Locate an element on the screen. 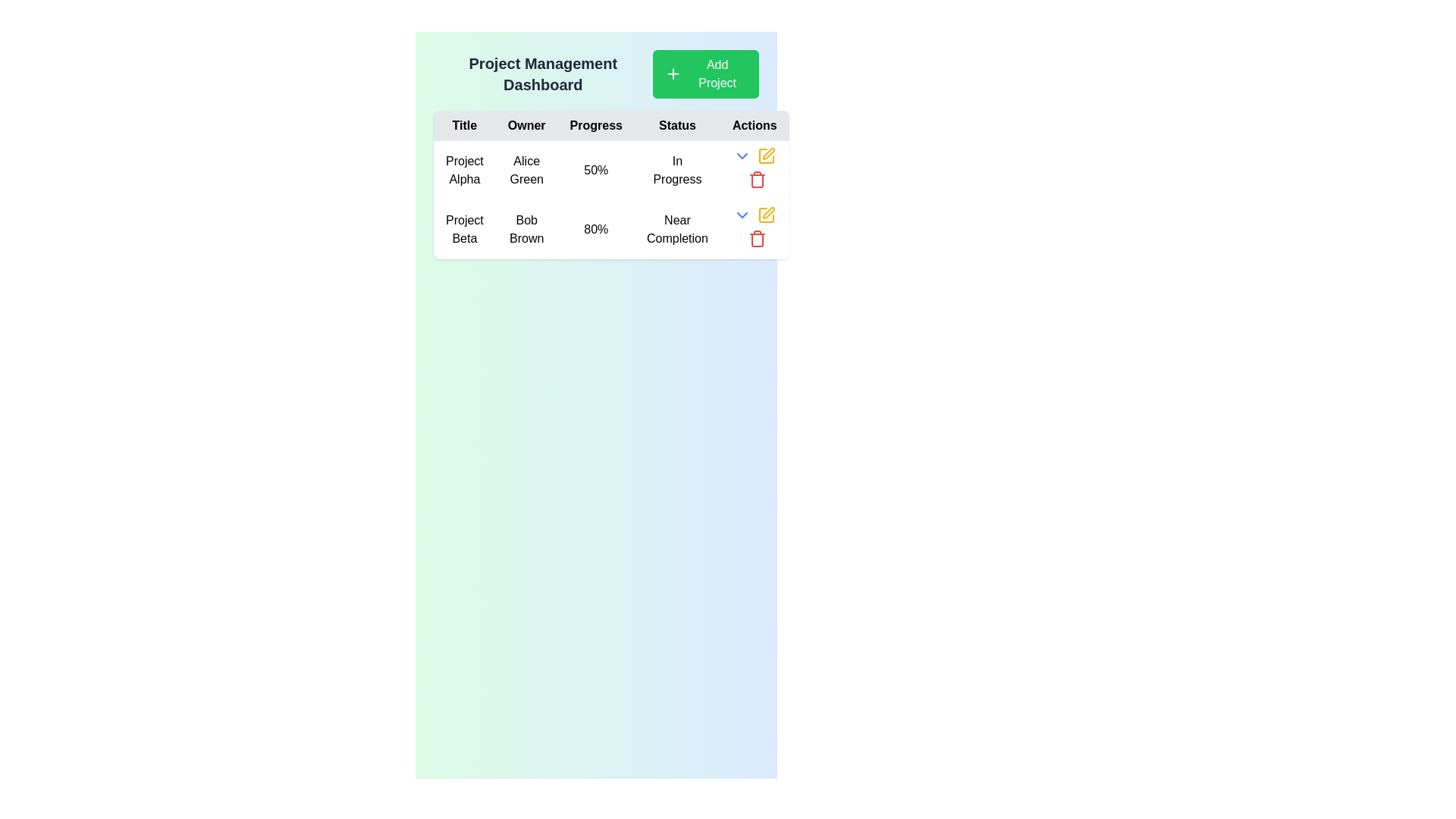 The width and height of the screenshot is (1456, 819). the blue downward arrow icon in the 'Actions' column of the second row for 'Project Beta' is located at coordinates (742, 215).